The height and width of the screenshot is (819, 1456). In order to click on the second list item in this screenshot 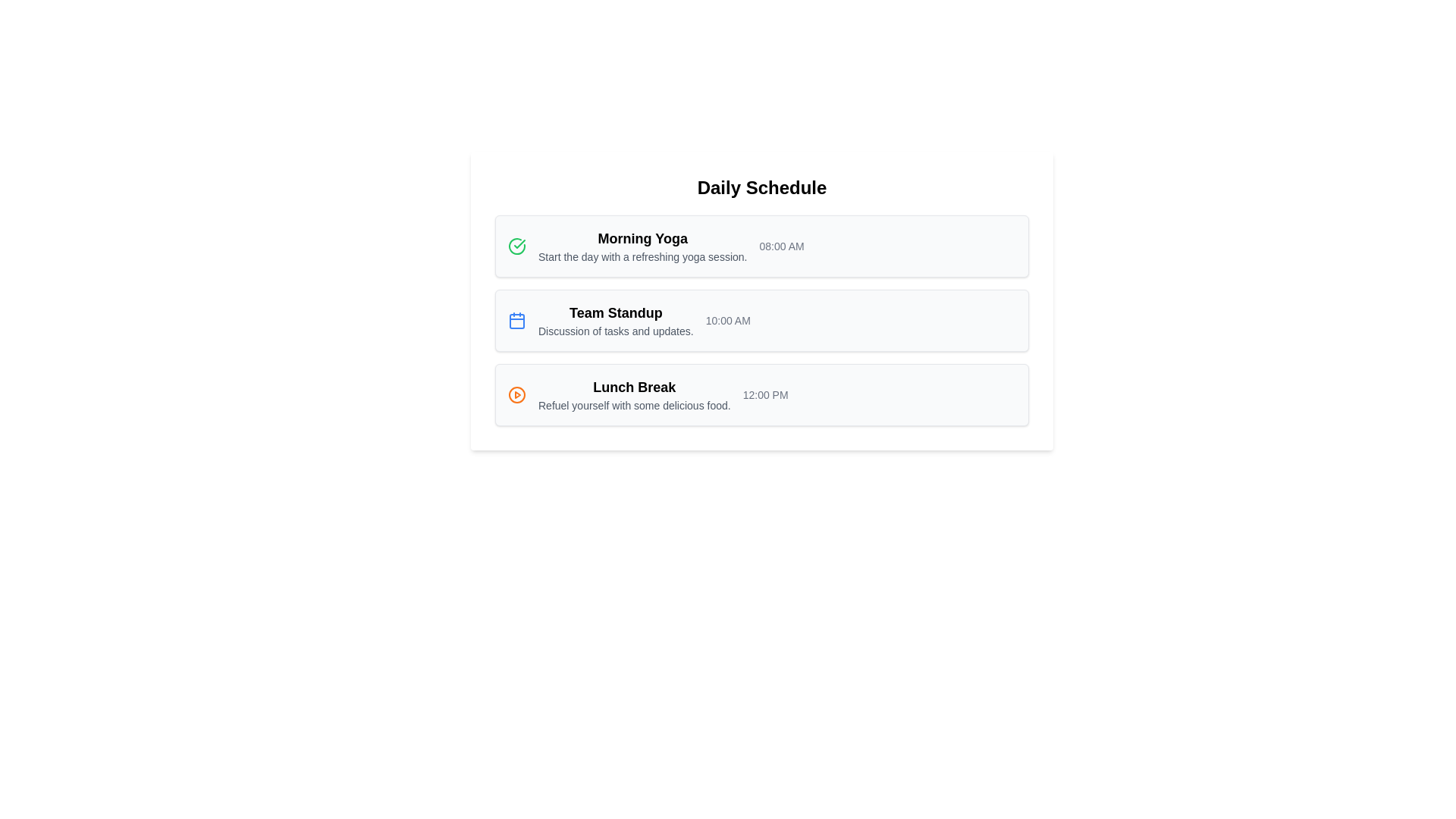, I will do `click(761, 320)`.